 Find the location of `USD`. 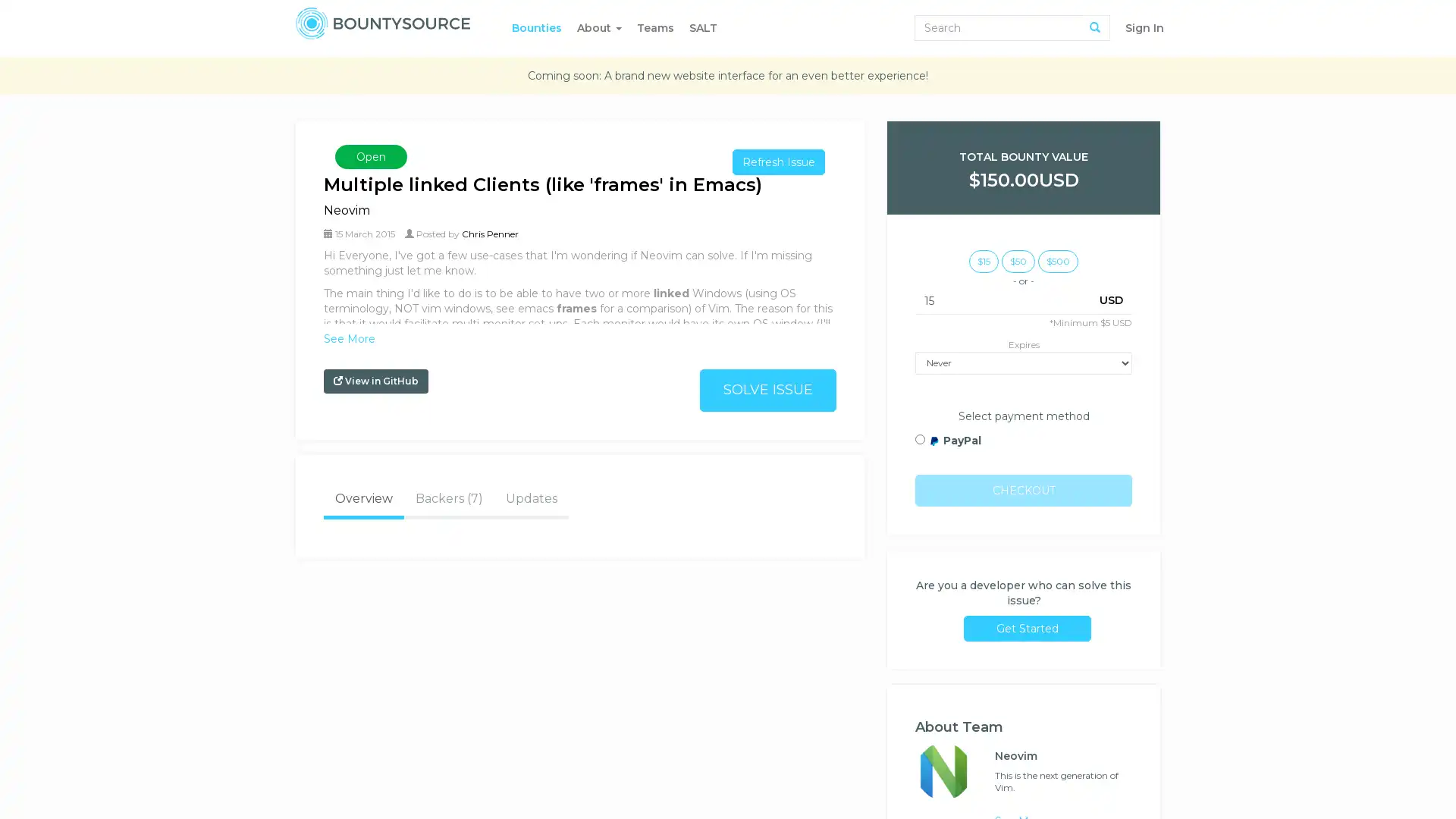

USD is located at coordinates (1111, 299).